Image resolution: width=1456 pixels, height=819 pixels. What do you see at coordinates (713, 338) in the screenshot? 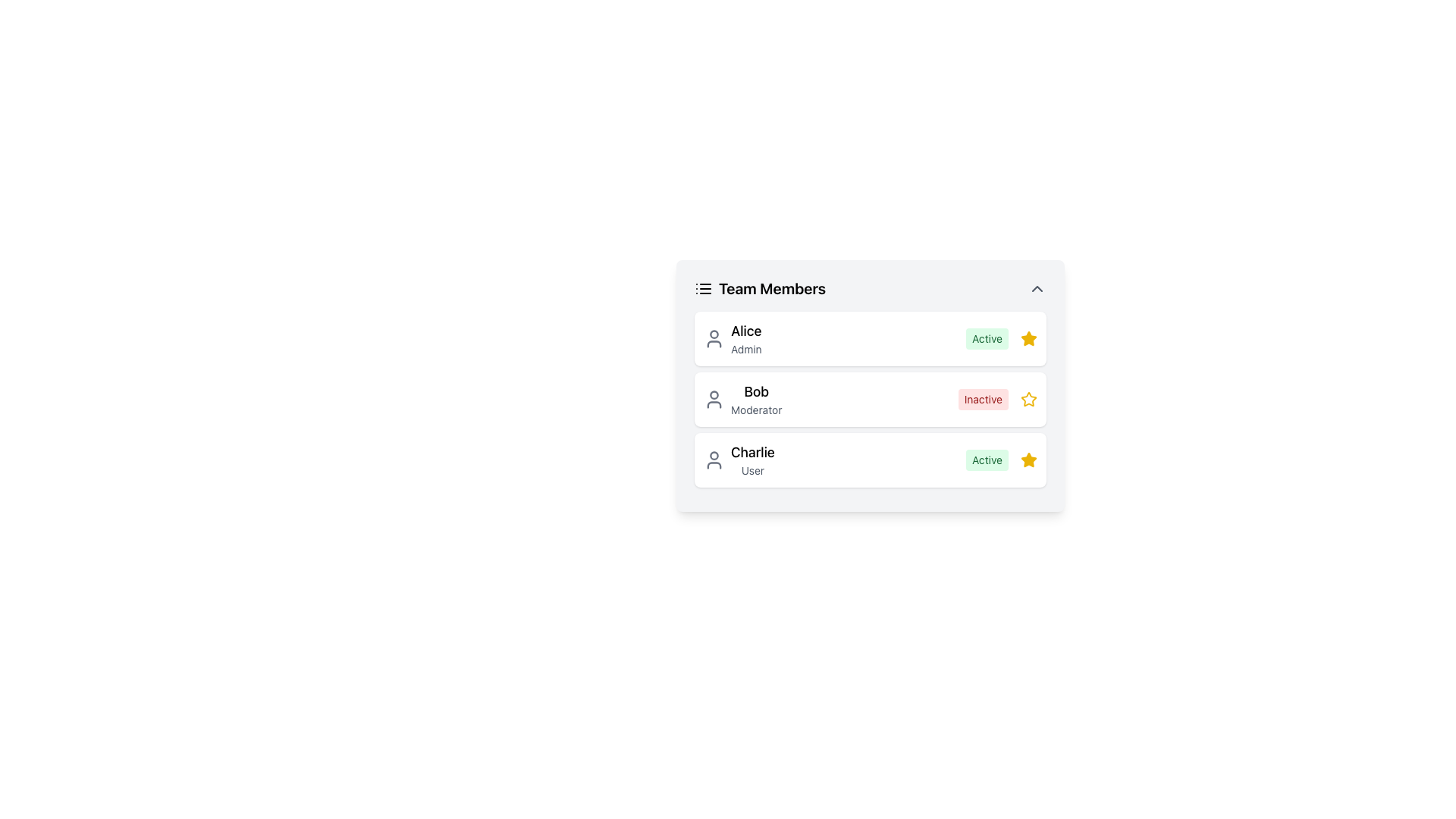
I see `the circular user profile silhouette icon styled in gray, which is positioned to the far left of the text 'Alice Admin'` at bounding box center [713, 338].